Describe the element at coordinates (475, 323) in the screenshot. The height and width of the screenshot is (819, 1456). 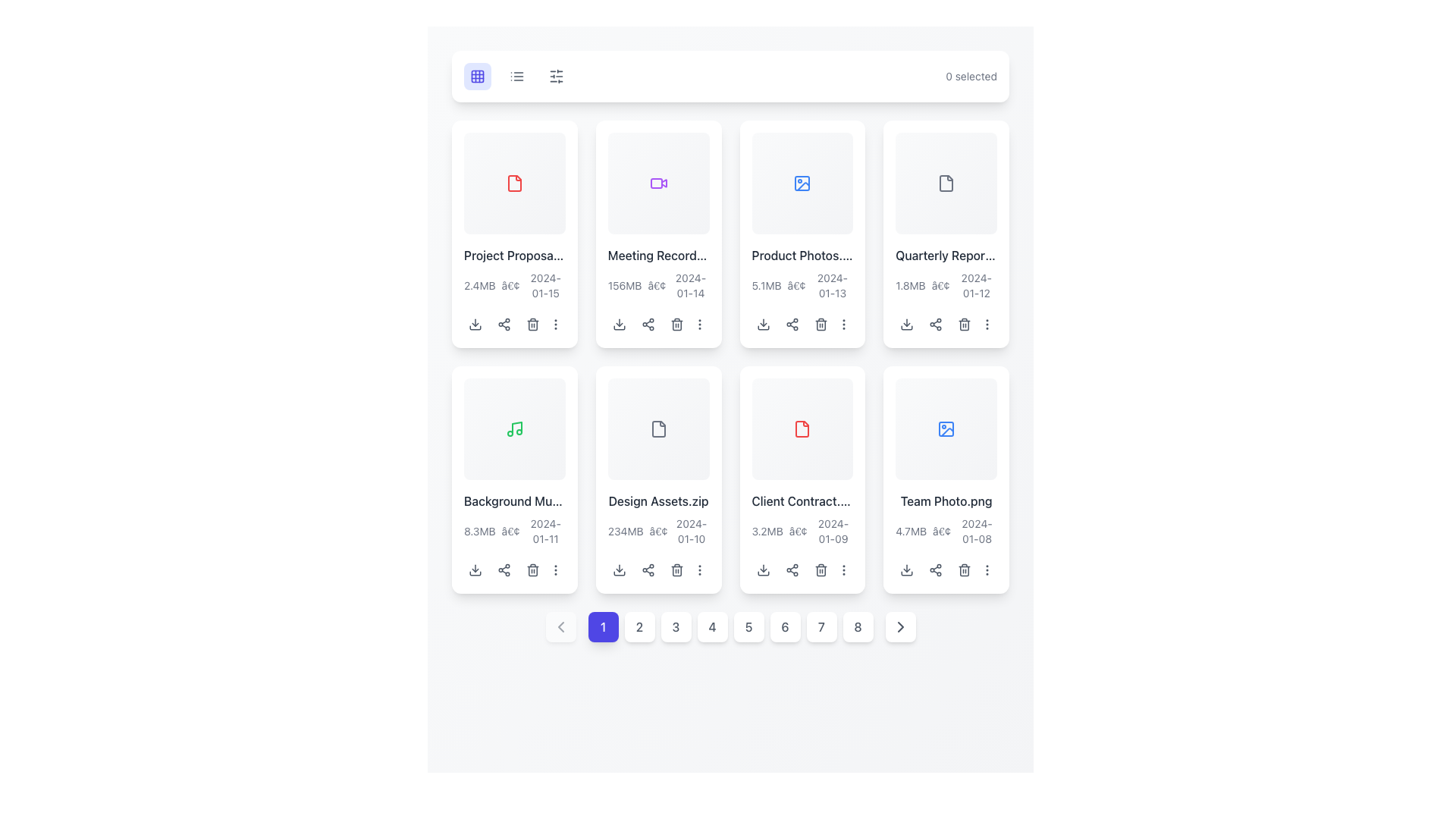
I see `the download button with a downward arrow icon located at the bottom-left corner of the 'Project Proposal.pdf' card to initiate the file download` at that location.